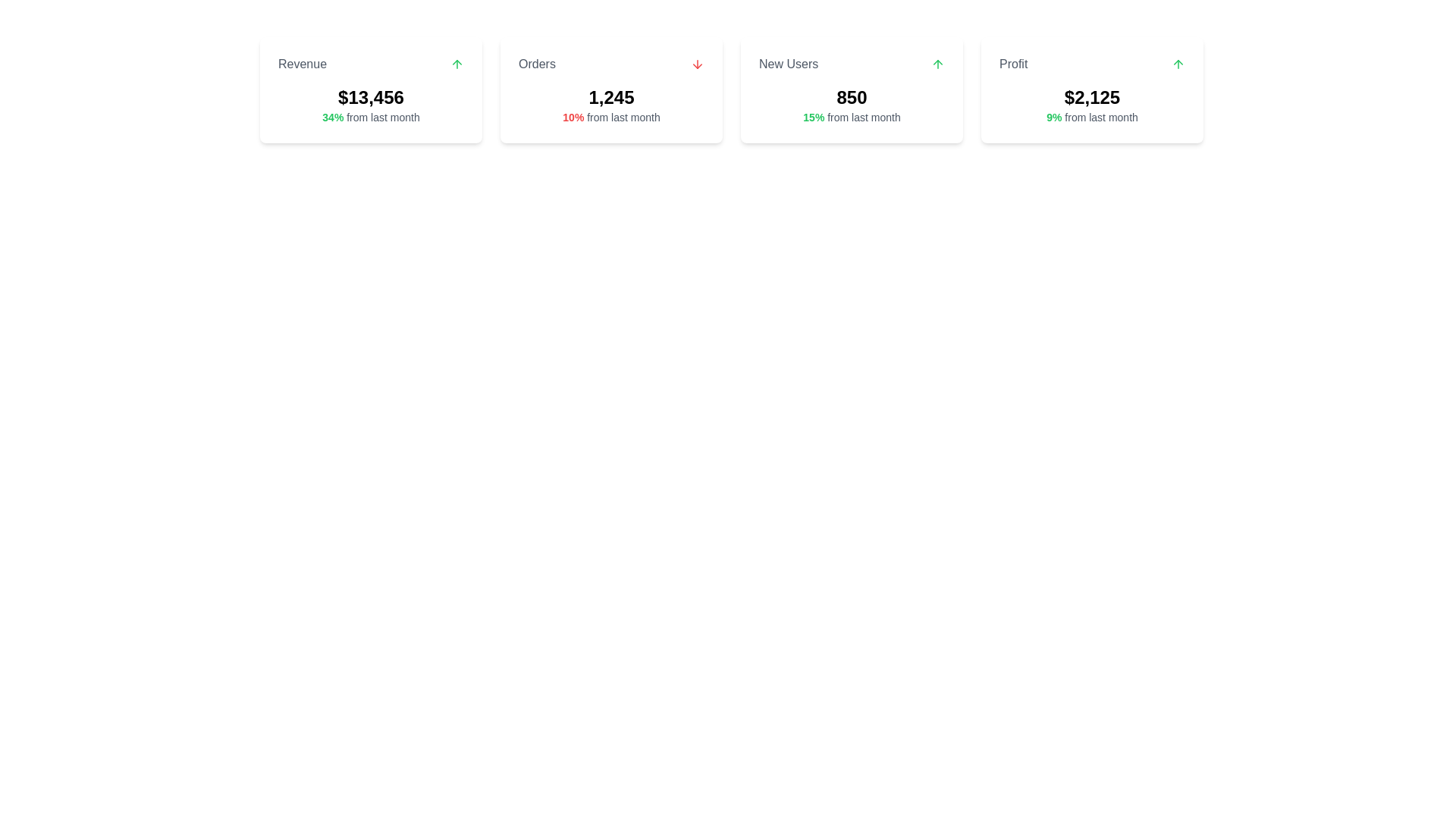 This screenshot has height=819, width=1456. I want to click on the static text label that describes the new users metric, located in the third card from the left in a row of four cards within the dashboard-style view, so click(789, 63).